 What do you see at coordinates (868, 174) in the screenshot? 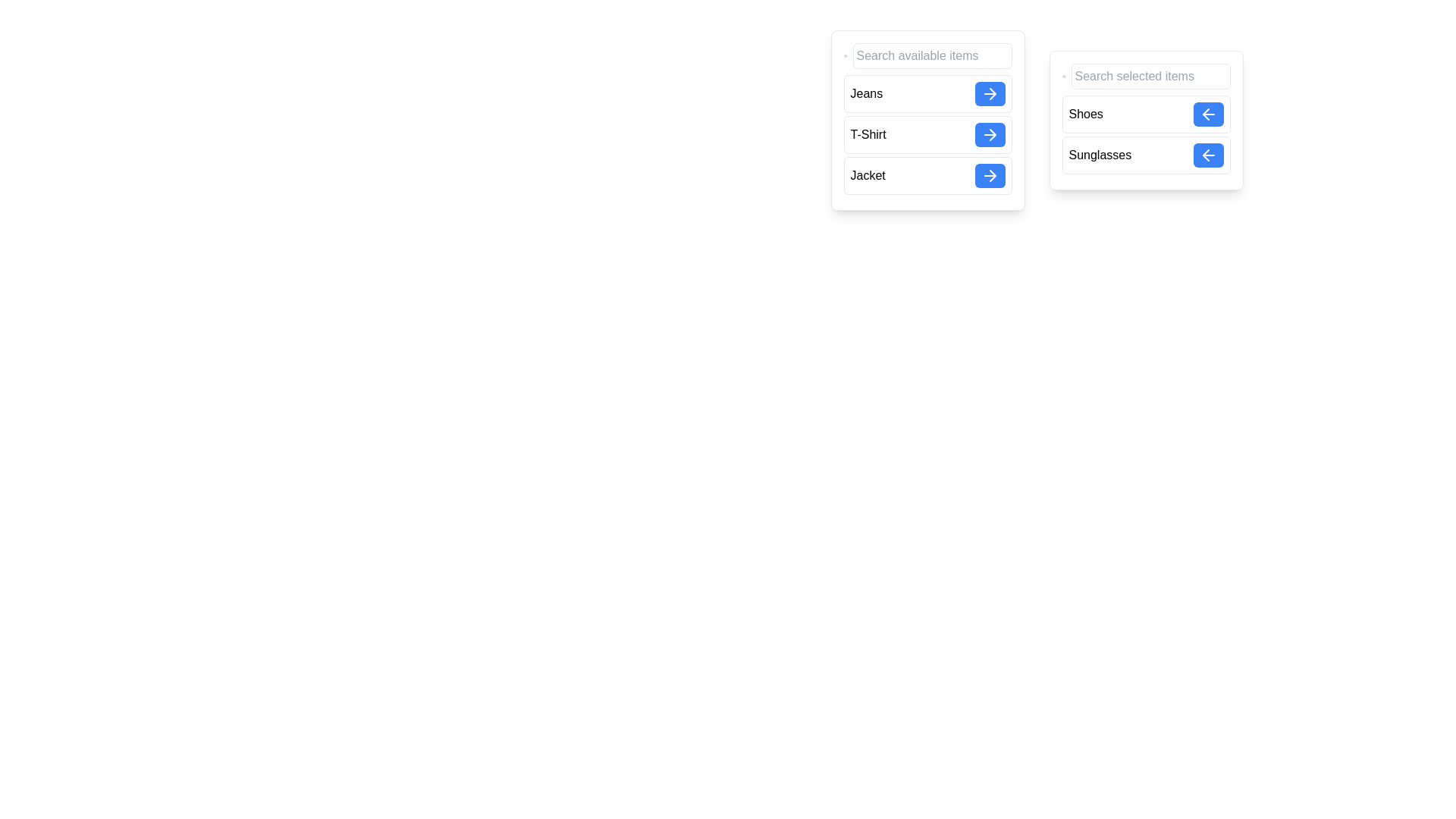
I see `the third visible text label in the left panel, which is positioned between 'T-Shirt' and a blue button with an arrow symbol` at bounding box center [868, 174].